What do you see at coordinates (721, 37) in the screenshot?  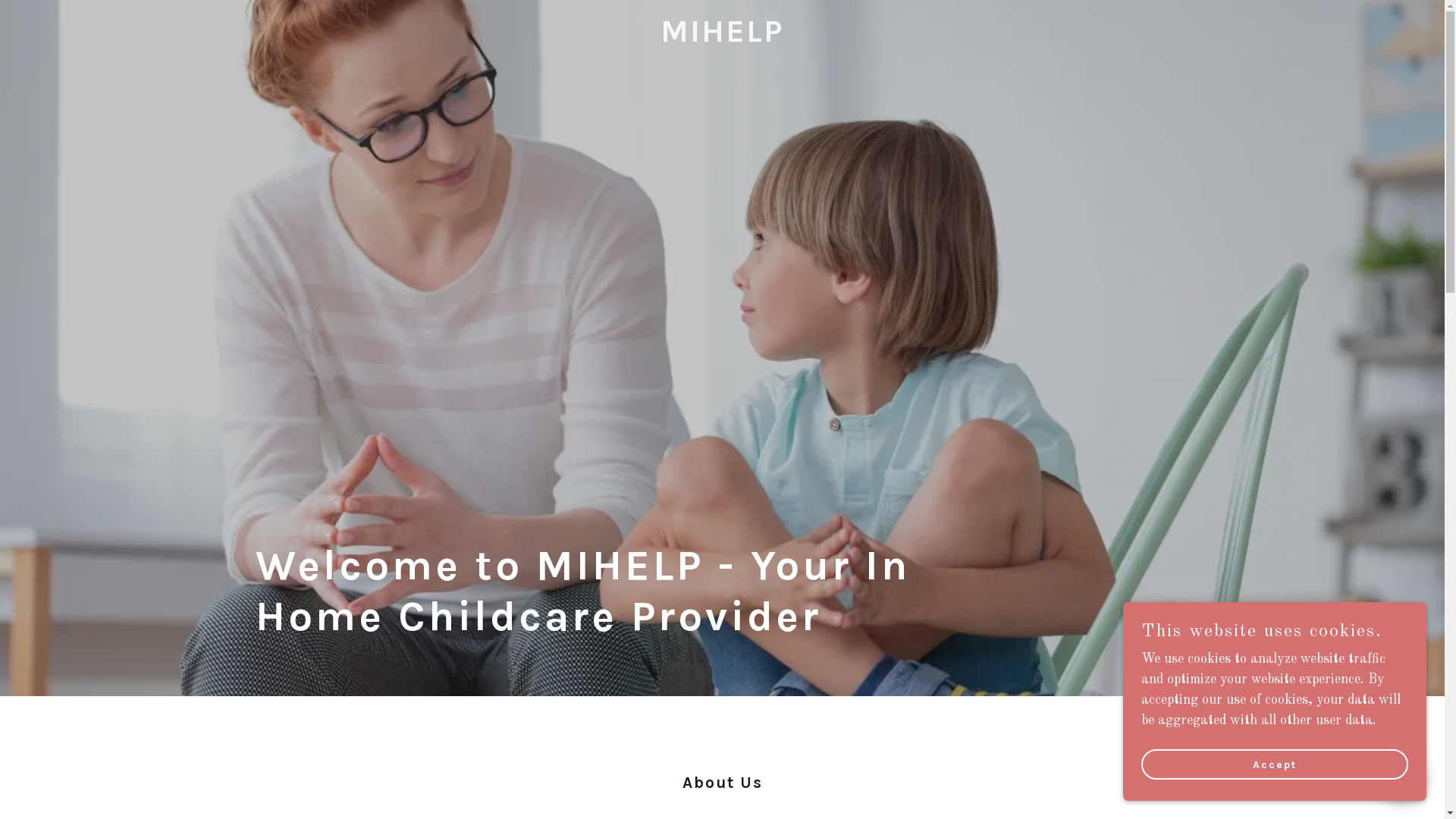 I see `'MIHELP'` at bounding box center [721, 37].